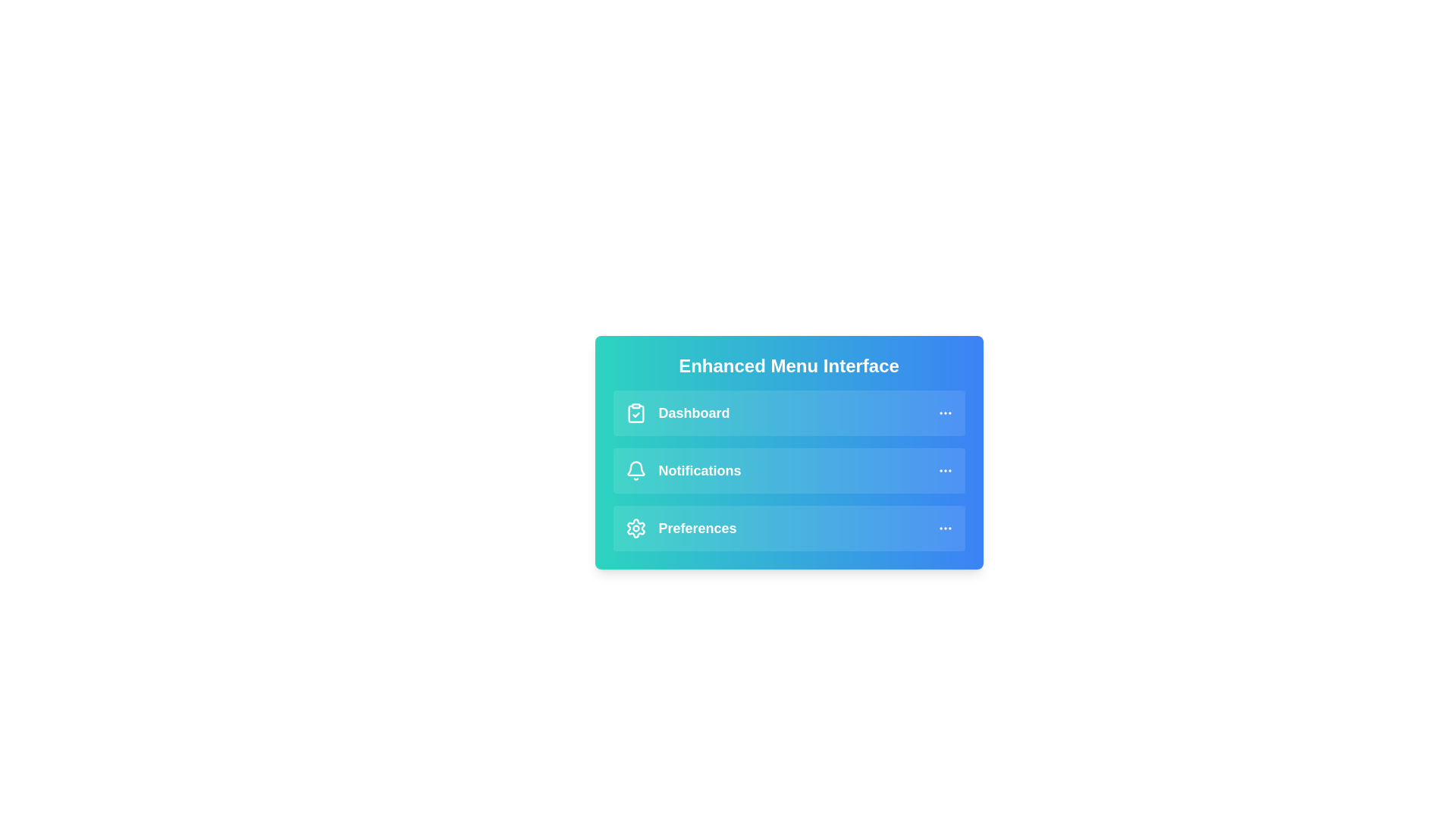 The image size is (1456, 819). I want to click on the 'Notifications' menu item, which is the second item in the vertically stacked list within the 'Enhanced Menu Interface', so click(789, 470).